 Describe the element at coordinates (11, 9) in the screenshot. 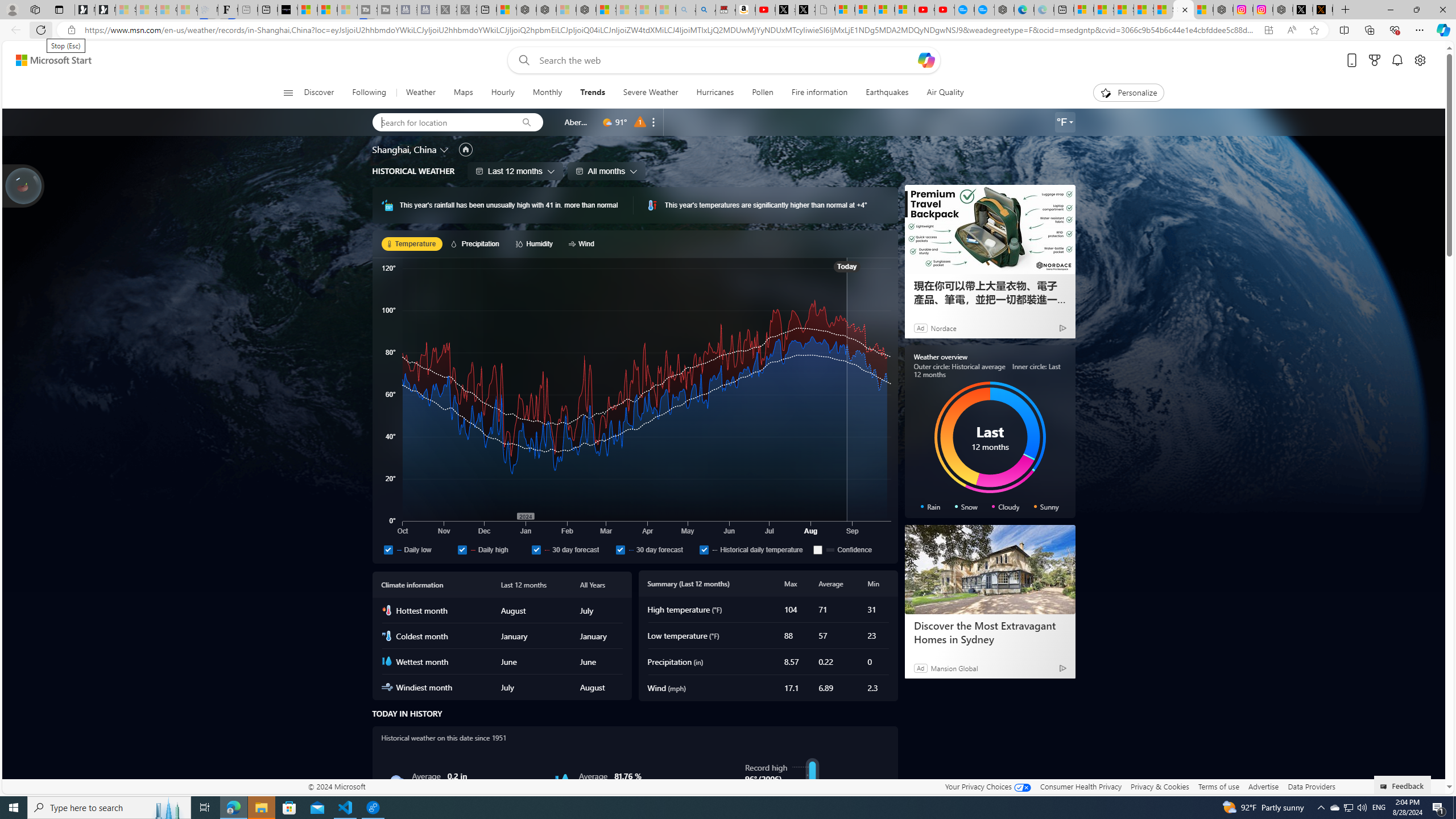

I see `'Personal Profile'` at that location.